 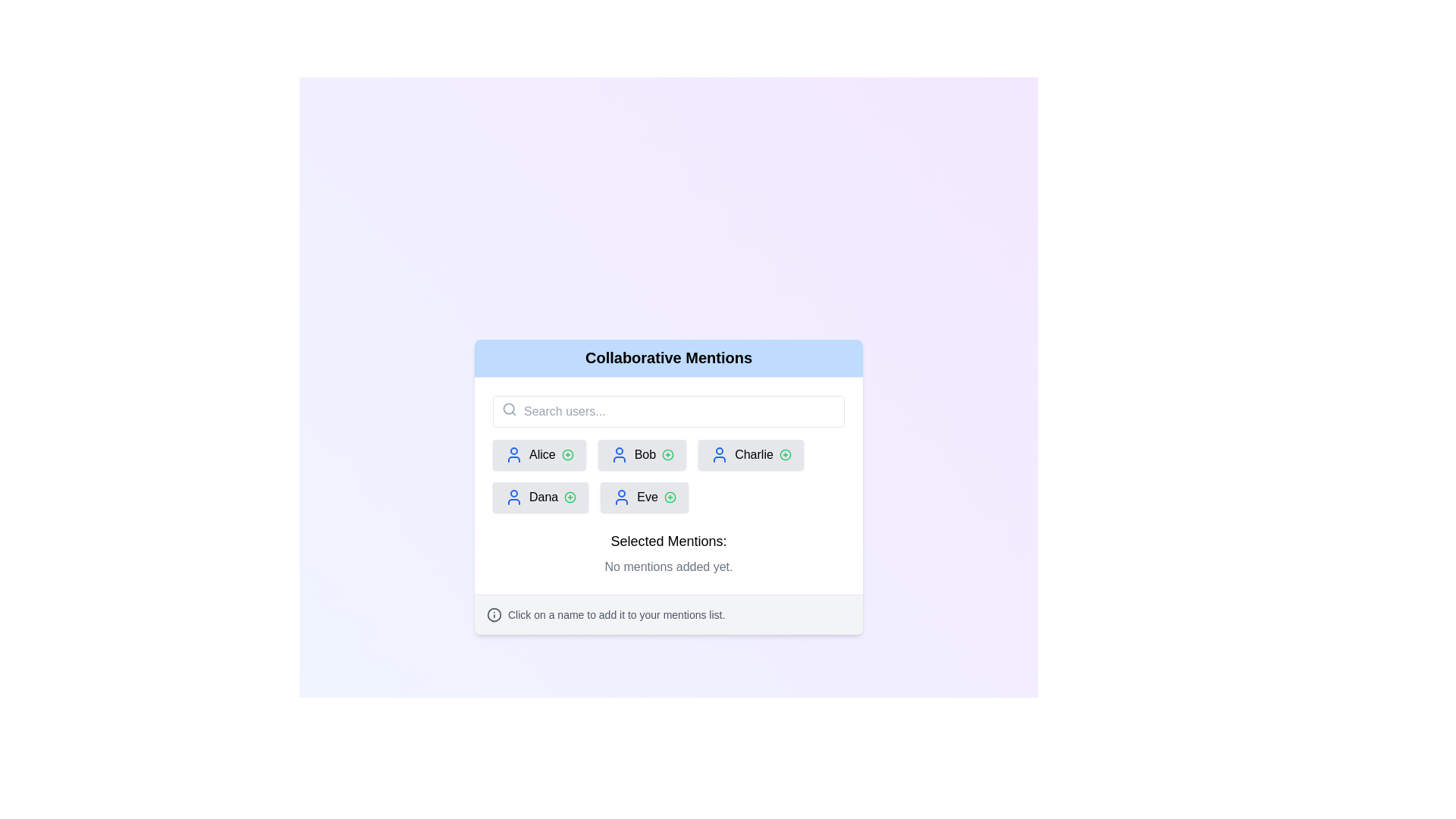 I want to click on the small circular visual component inside the magnifying glass icon used for search functionality in the Collaborative Mentions interface, so click(x=509, y=407).